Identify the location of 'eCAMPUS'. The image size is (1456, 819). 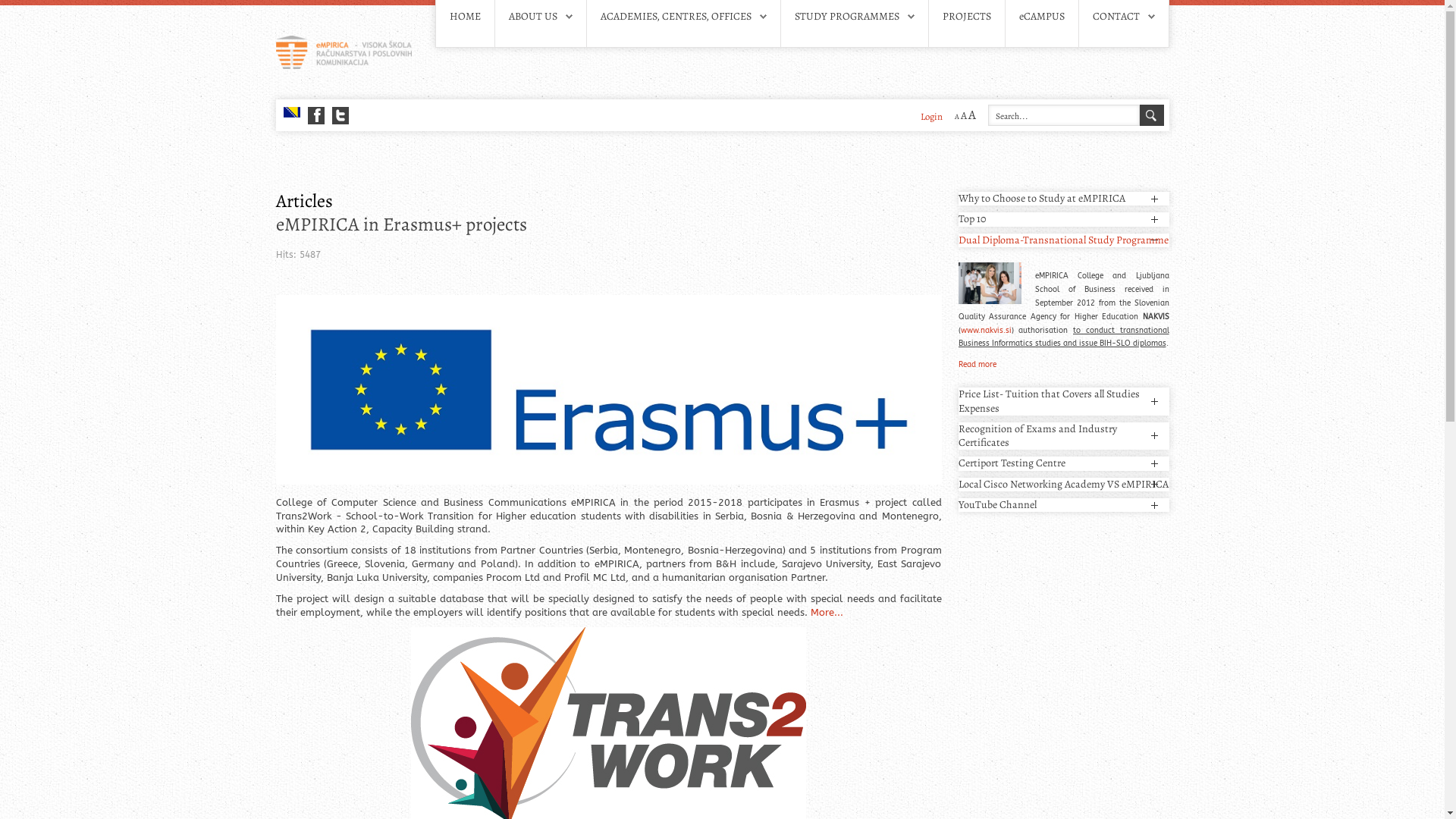
(1040, 17).